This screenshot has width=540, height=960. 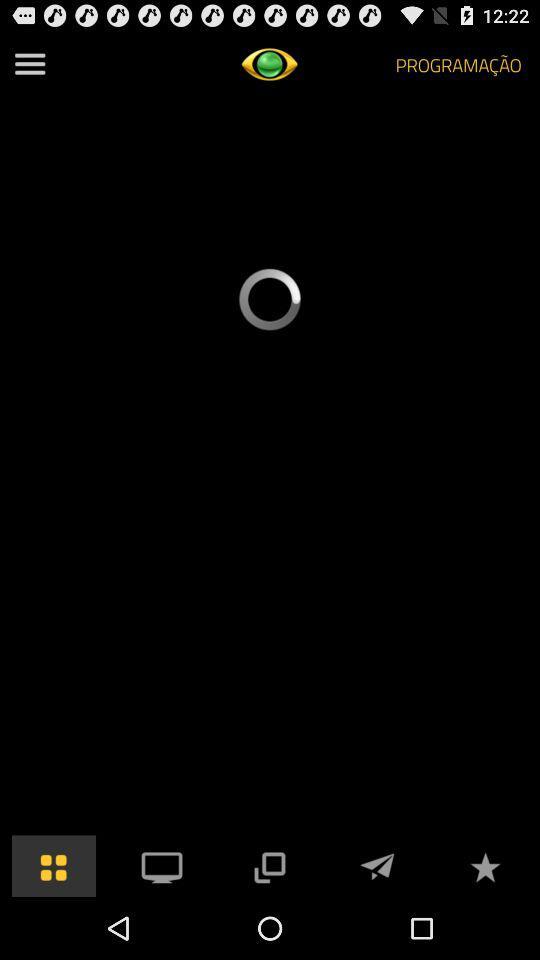 What do you see at coordinates (29, 64) in the screenshot?
I see `open menu` at bounding box center [29, 64].